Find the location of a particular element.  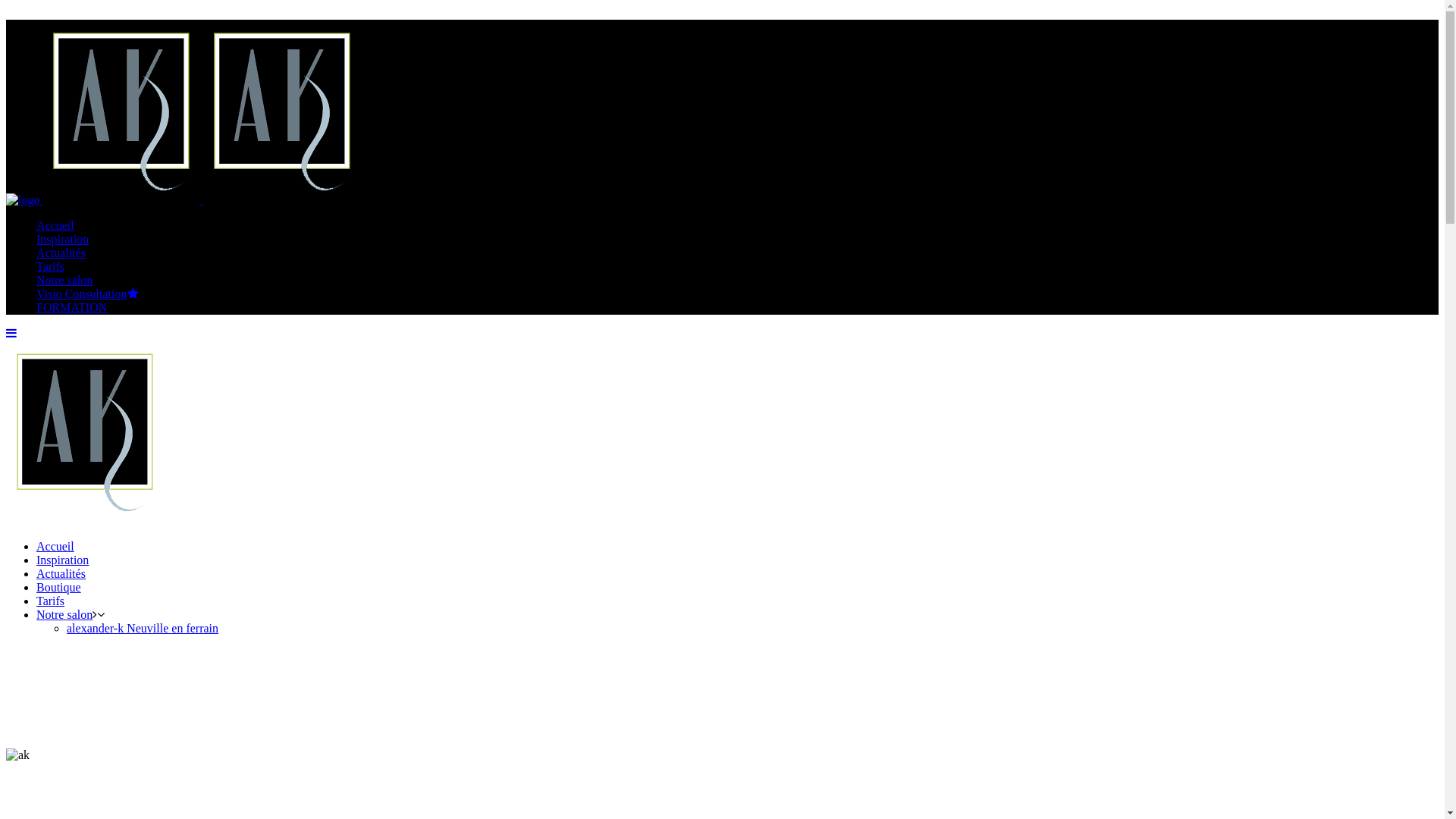

'Accueil' is located at coordinates (55, 225).